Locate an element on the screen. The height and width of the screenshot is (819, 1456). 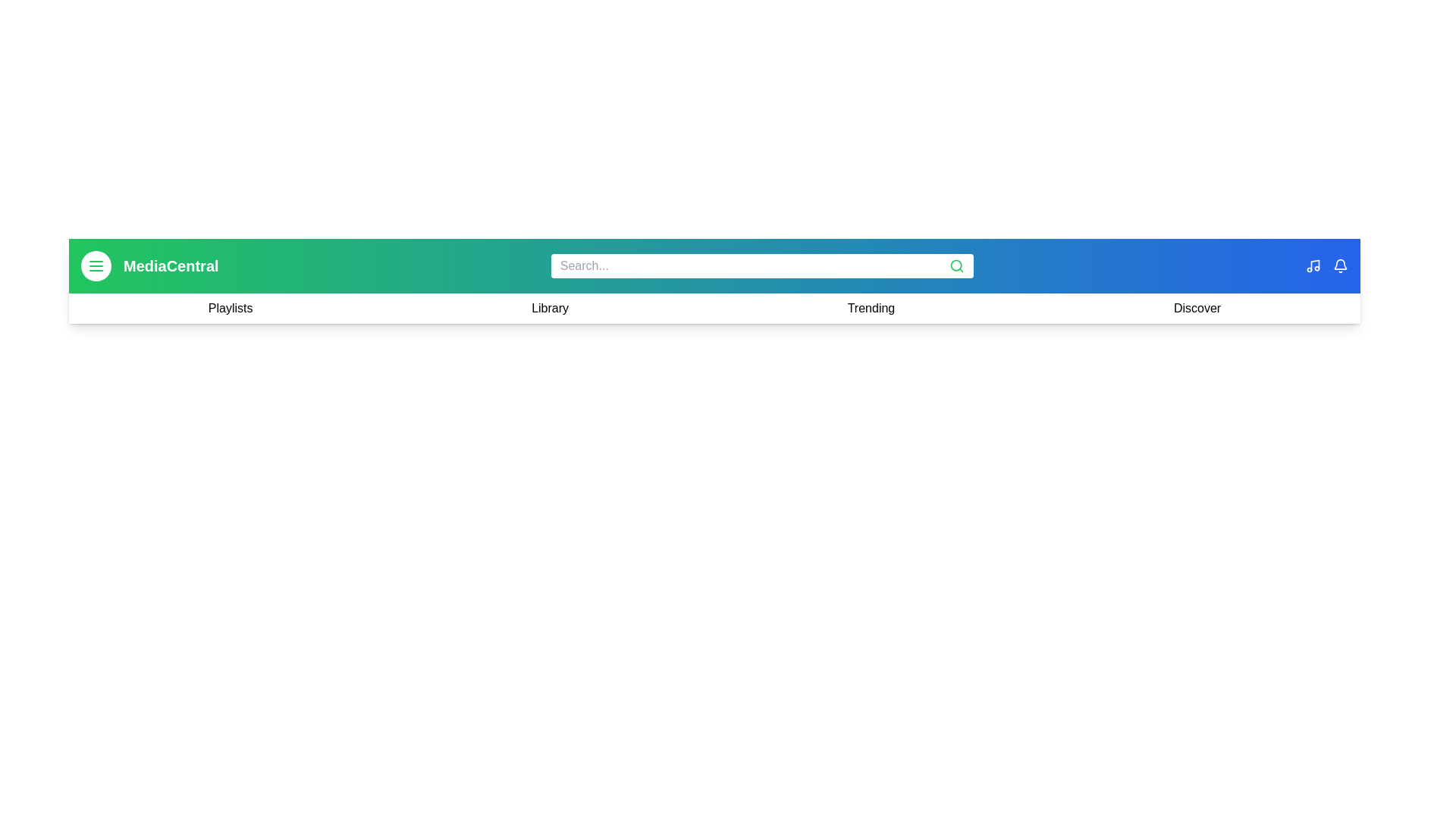
the navigation link Trending is located at coordinates (871, 308).